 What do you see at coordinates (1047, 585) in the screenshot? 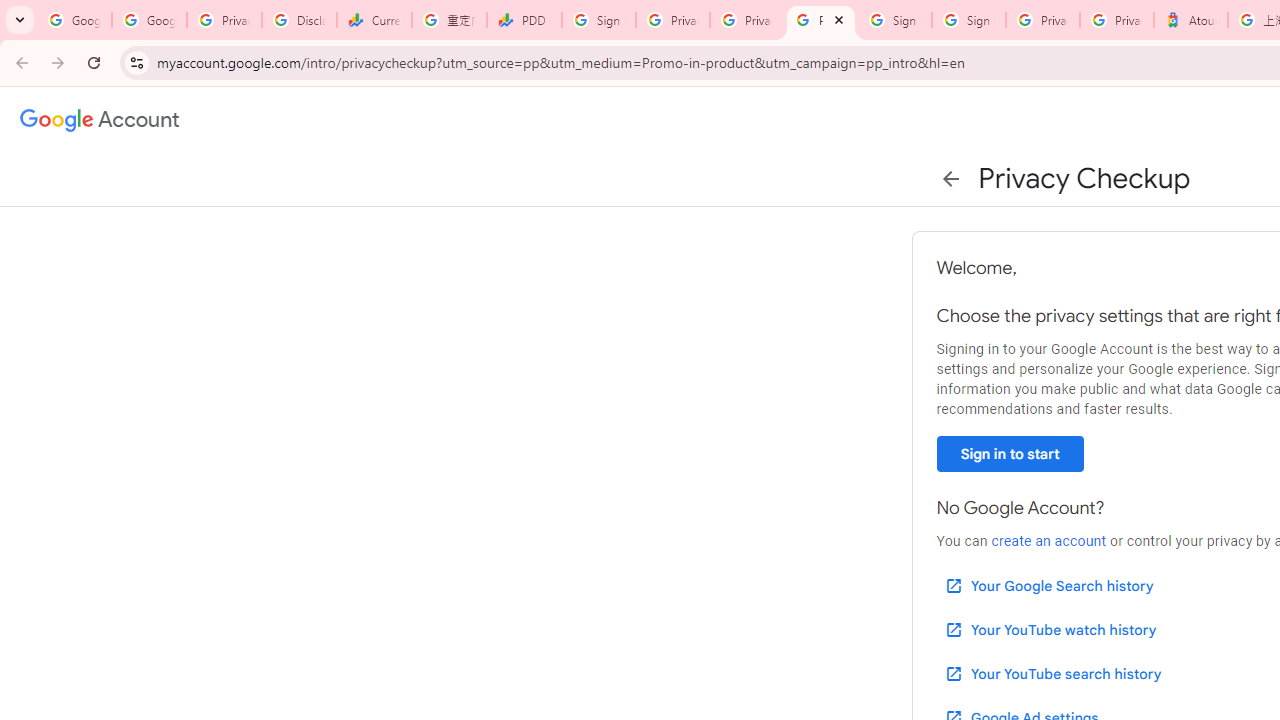
I see `'Your Google Search history'` at bounding box center [1047, 585].